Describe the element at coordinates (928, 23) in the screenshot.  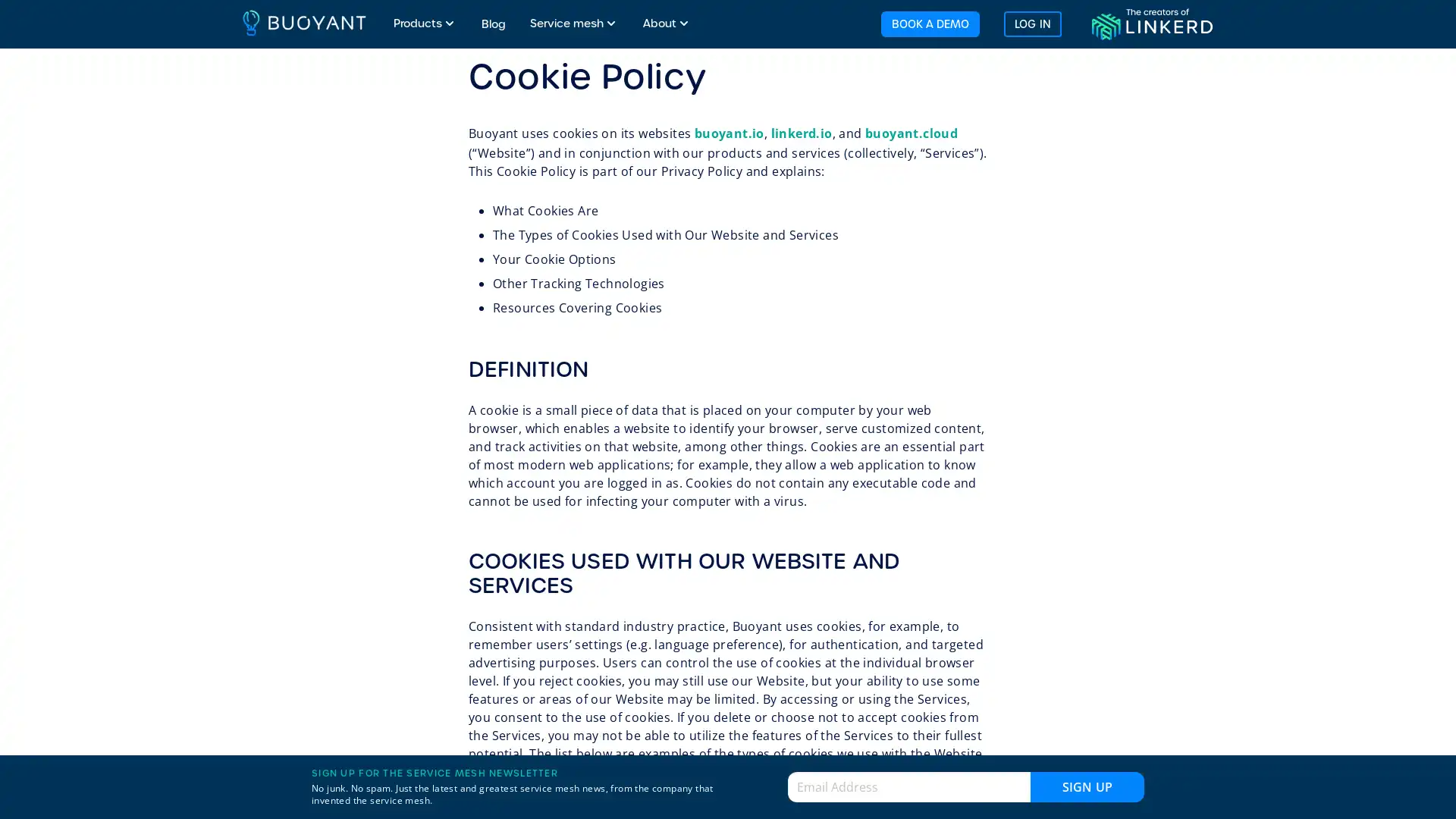
I see `BOOK A DEMO` at that location.